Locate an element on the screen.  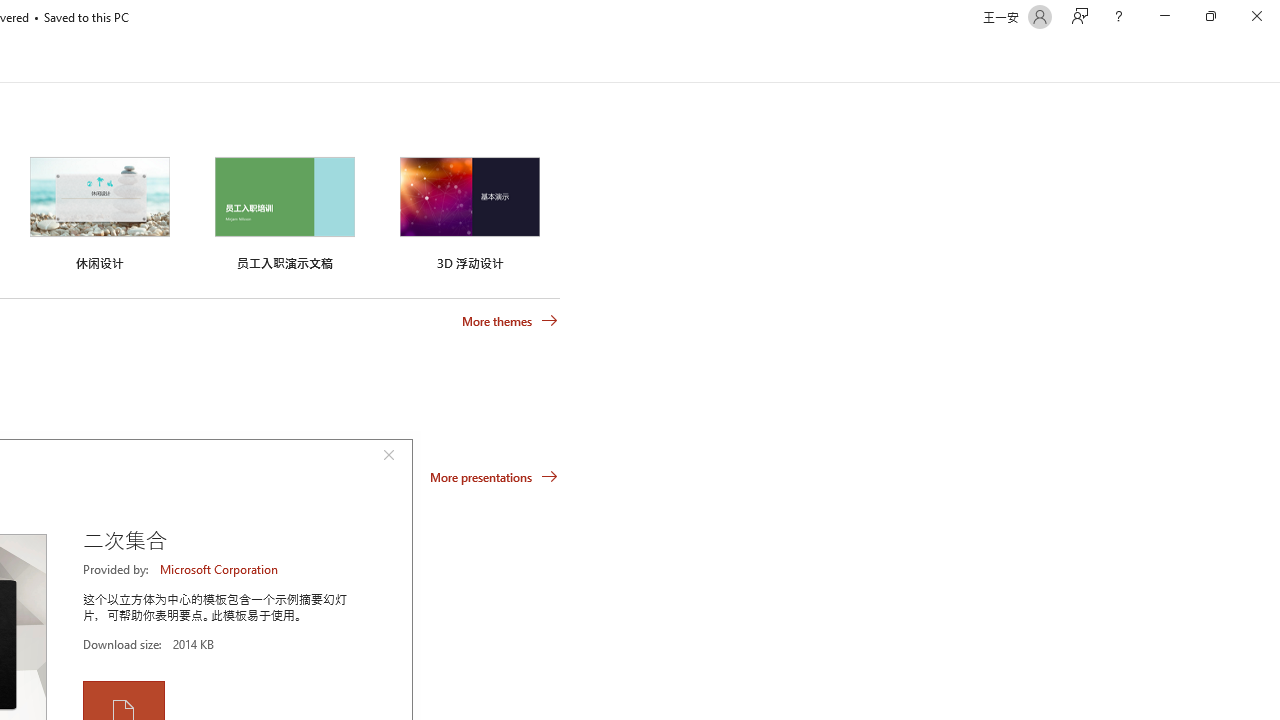
'More themes' is located at coordinates (510, 320).